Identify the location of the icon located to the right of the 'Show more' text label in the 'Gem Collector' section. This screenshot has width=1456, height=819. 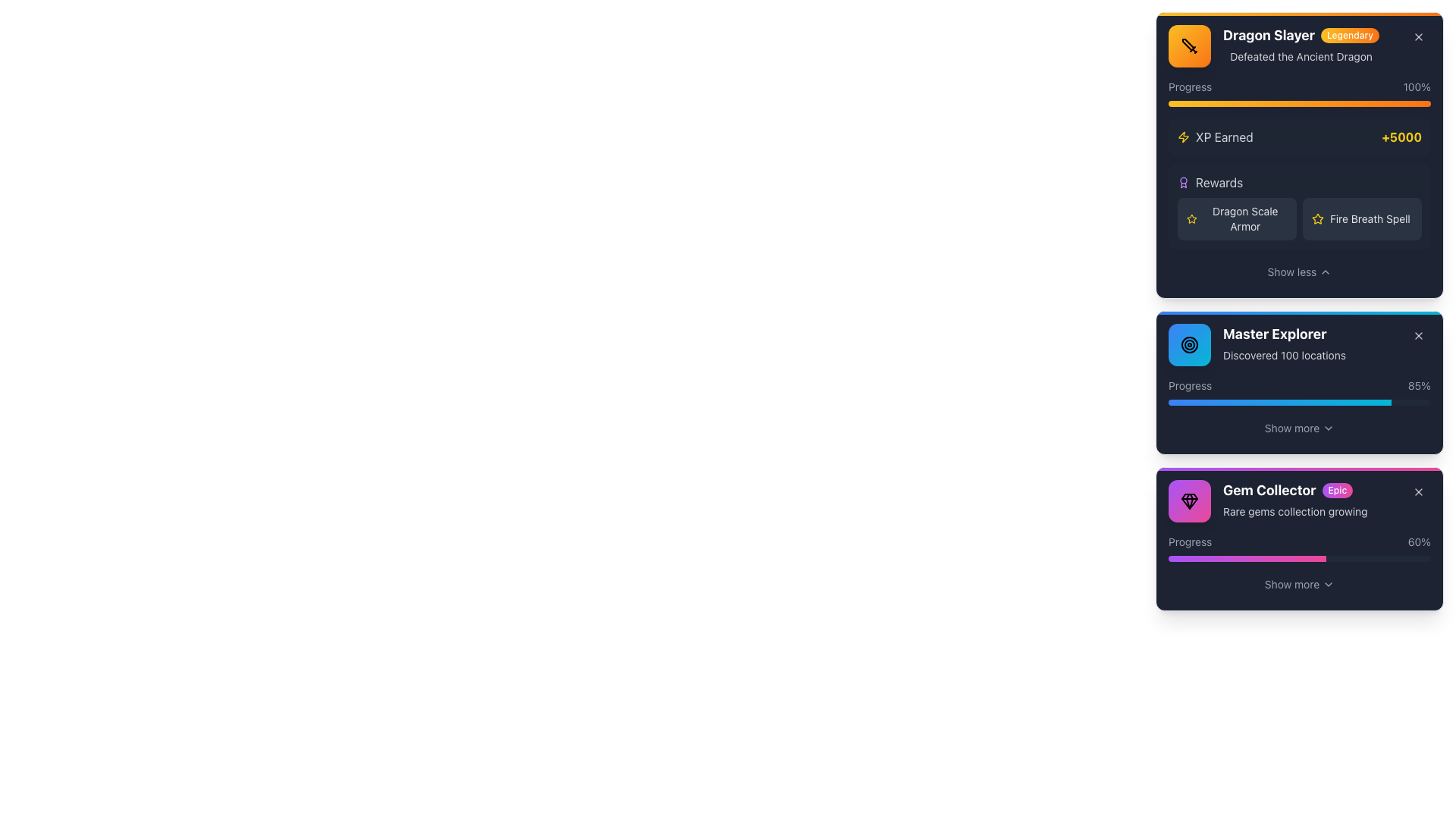
(1328, 584).